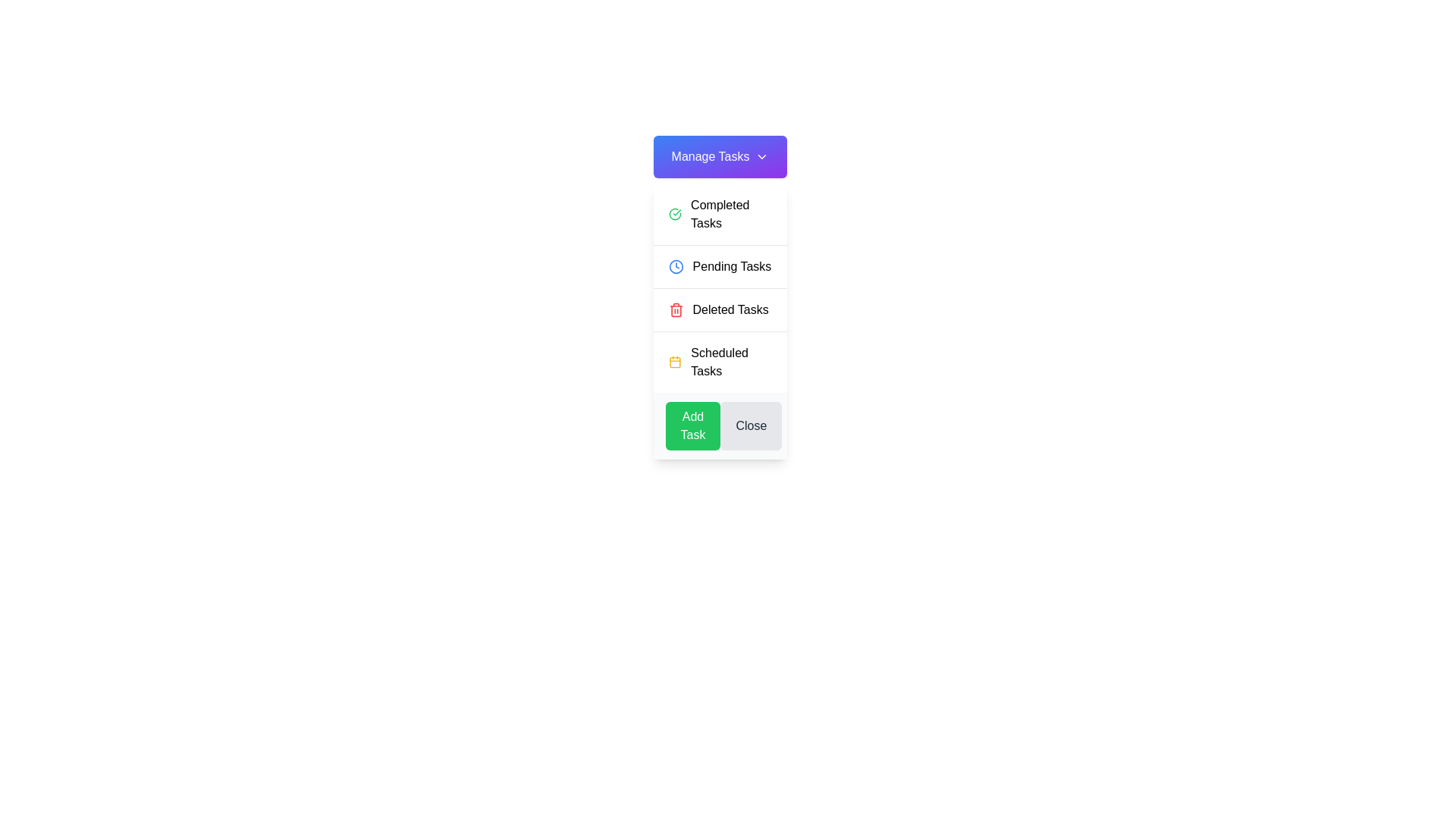 This screenshot has width=1456, height=819. What do you see at coordinates (674, 214) in the screenshot?
I see `the completed task status icon located within the 'Completed Tasks' button, which is positioned to the left of the text label 'Completed Tasks' in the 'Manage Tasks' dropdown menu` at bounding box center [674, 214].